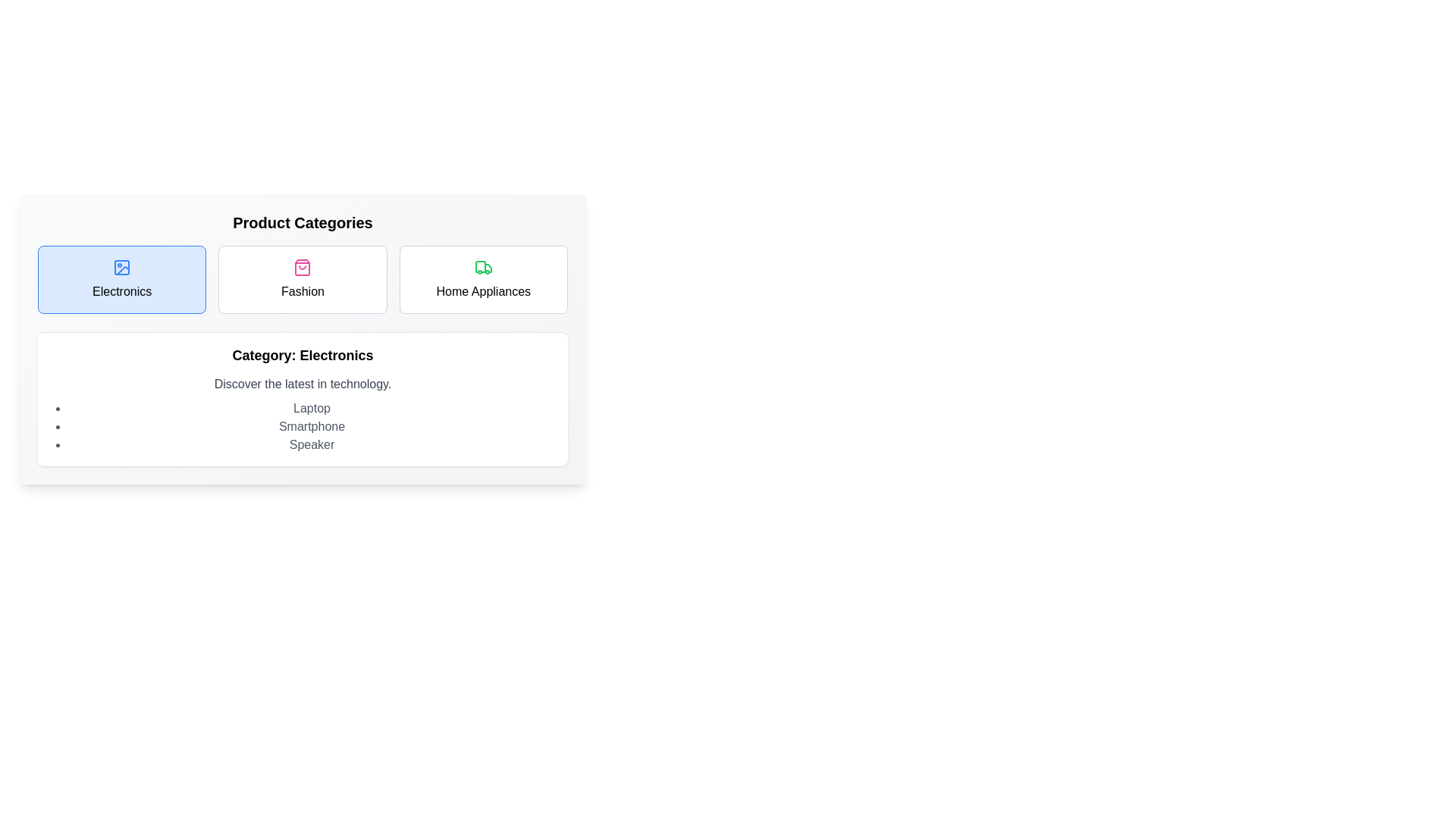 The width and height of the screenshot is (1456, 819). I want to click on the shopping bag icon in the 'Fashion' category, so click(303, 267).